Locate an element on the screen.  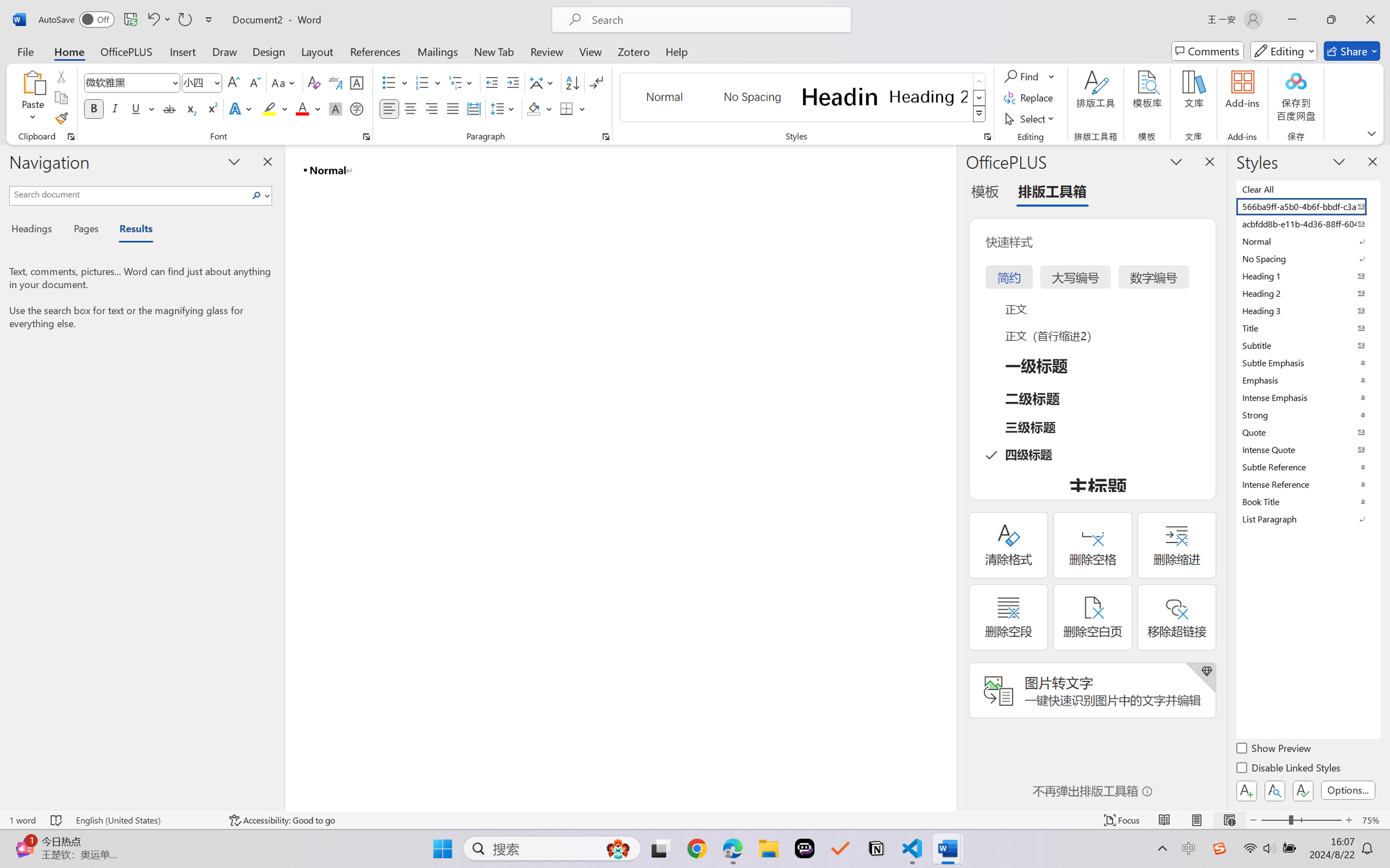
'Bullets' is located at coordinates (395, 83).